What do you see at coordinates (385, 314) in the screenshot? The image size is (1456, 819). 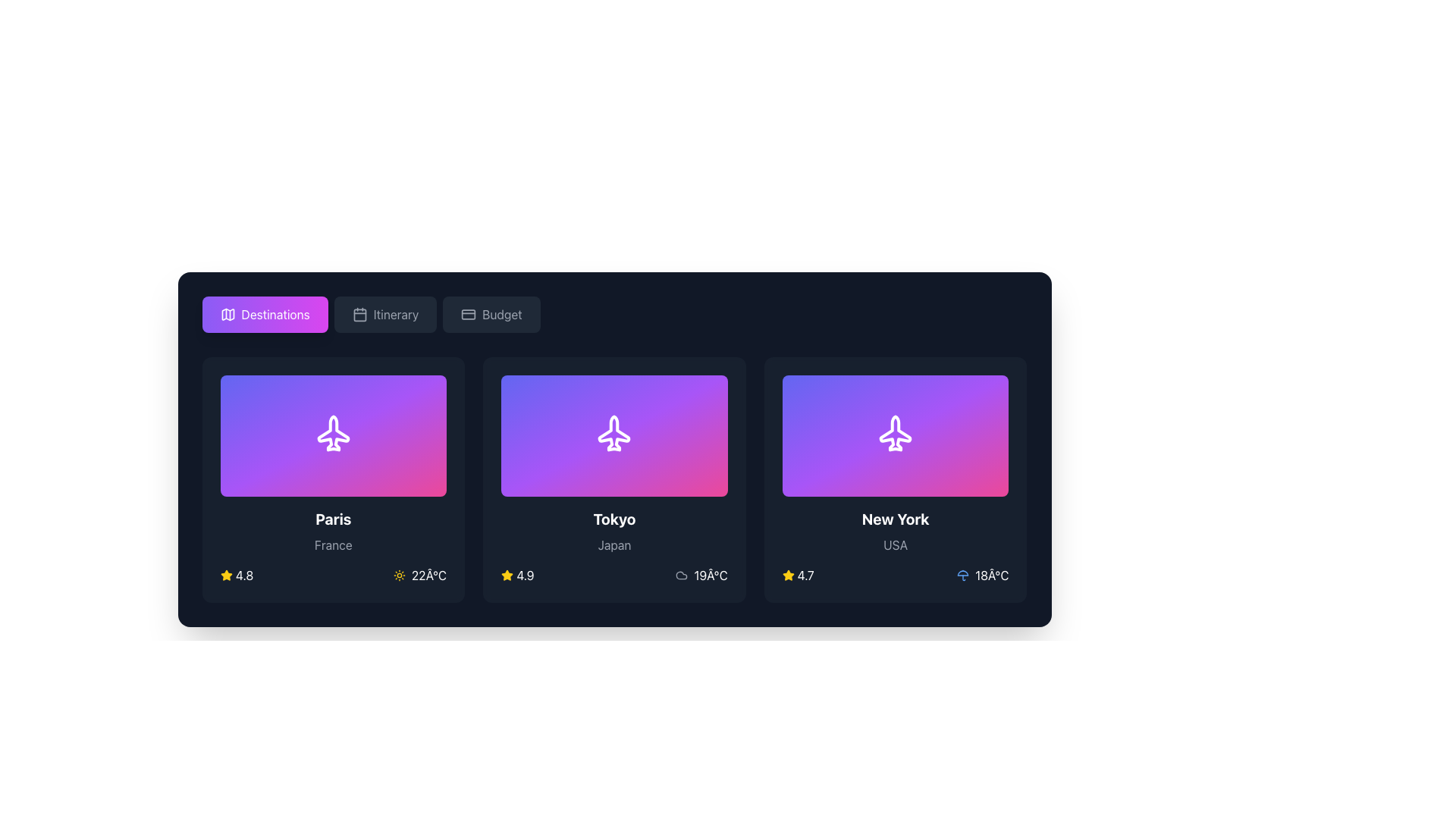 I see `the 'Itinerary' button, which is a rectangular button with a dark gray background and a calendar icon` at bounding box center [385, 314].